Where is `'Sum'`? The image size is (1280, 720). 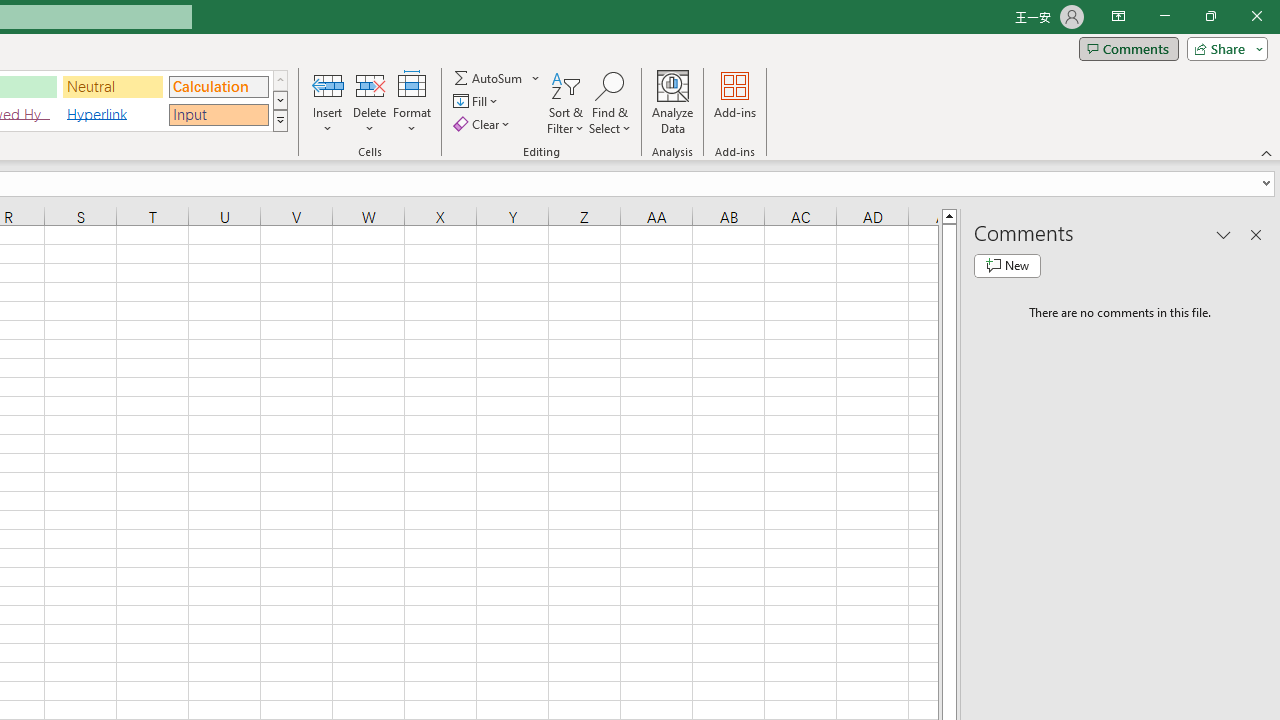 'Sum' is located at coordinates (489, 77).